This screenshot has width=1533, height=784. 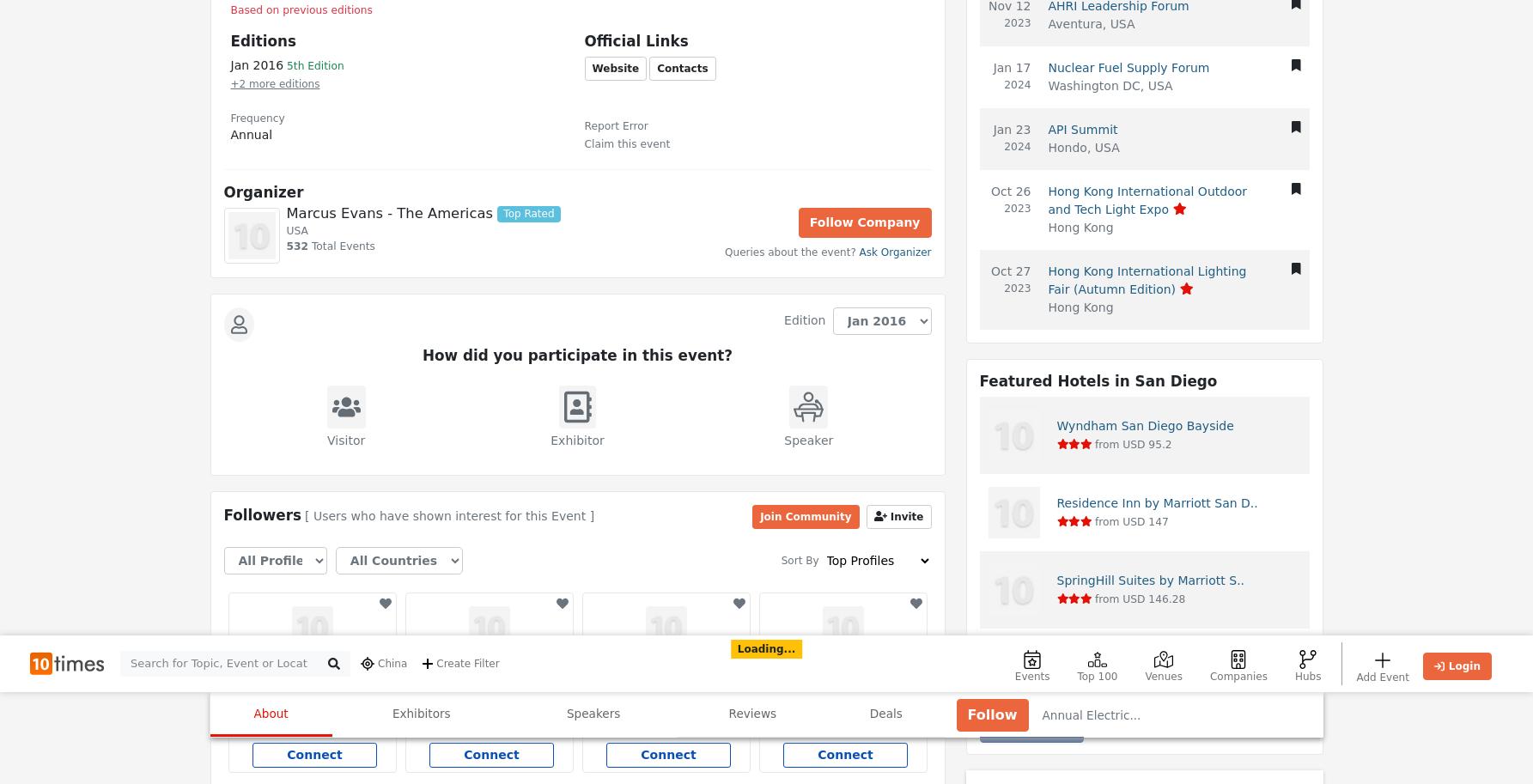 I want to click on 'BROWSE', so click(x=1077, y=738).